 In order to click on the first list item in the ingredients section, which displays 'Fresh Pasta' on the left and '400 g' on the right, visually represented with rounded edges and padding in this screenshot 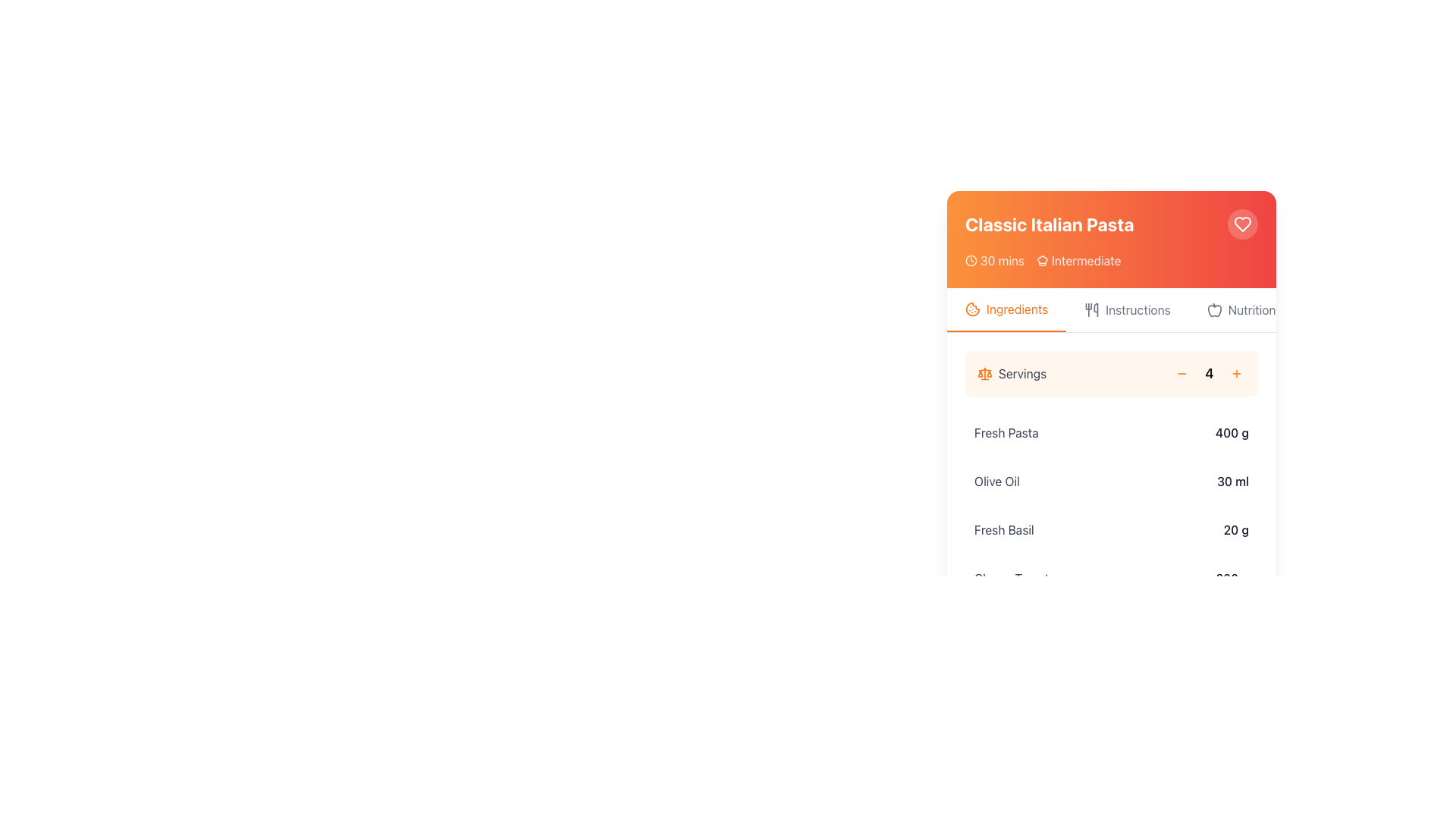, I will do `click(1111, 432)`.